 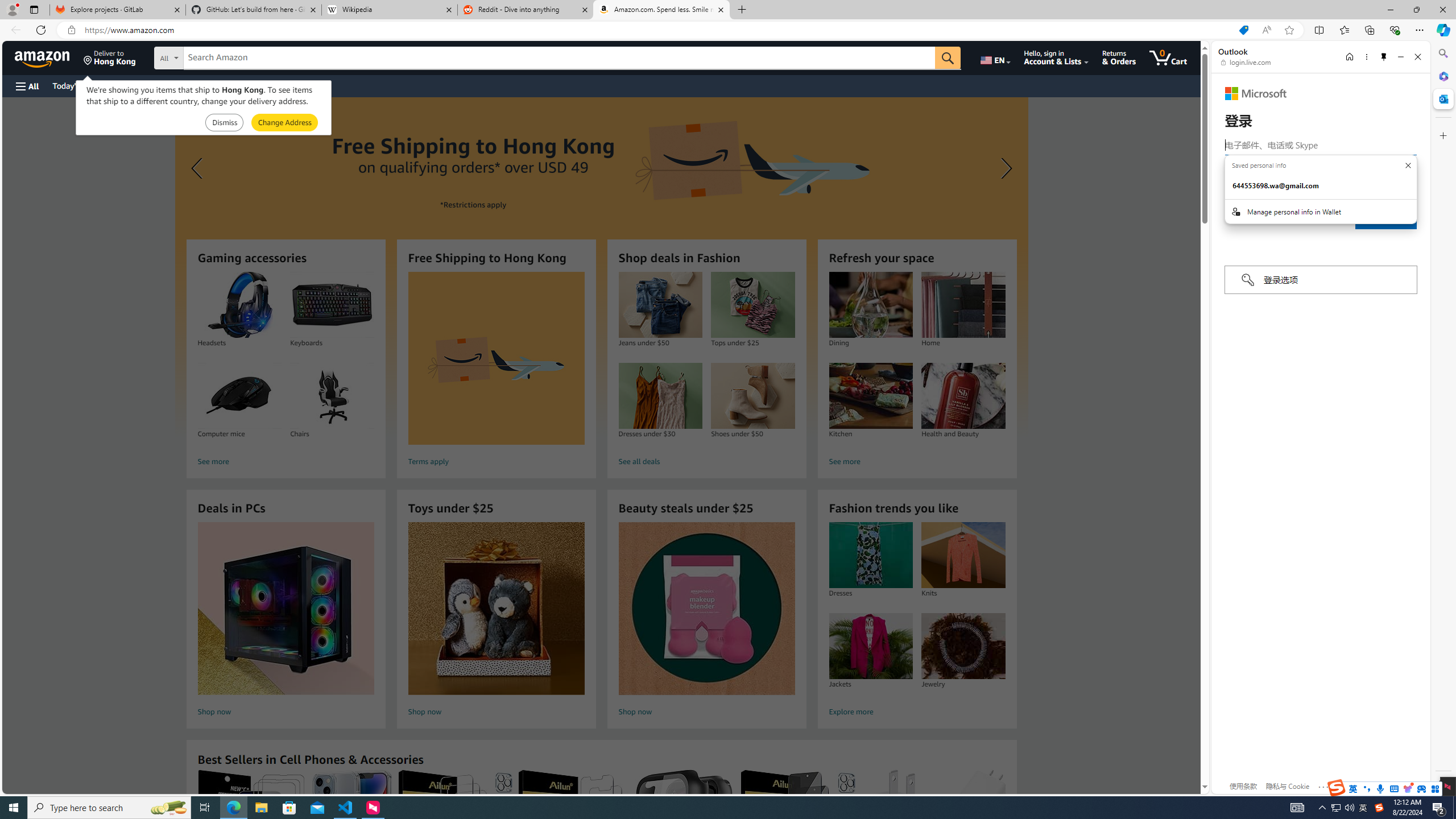 I want to click on 'Keyboards', so click(x=331, y=305).